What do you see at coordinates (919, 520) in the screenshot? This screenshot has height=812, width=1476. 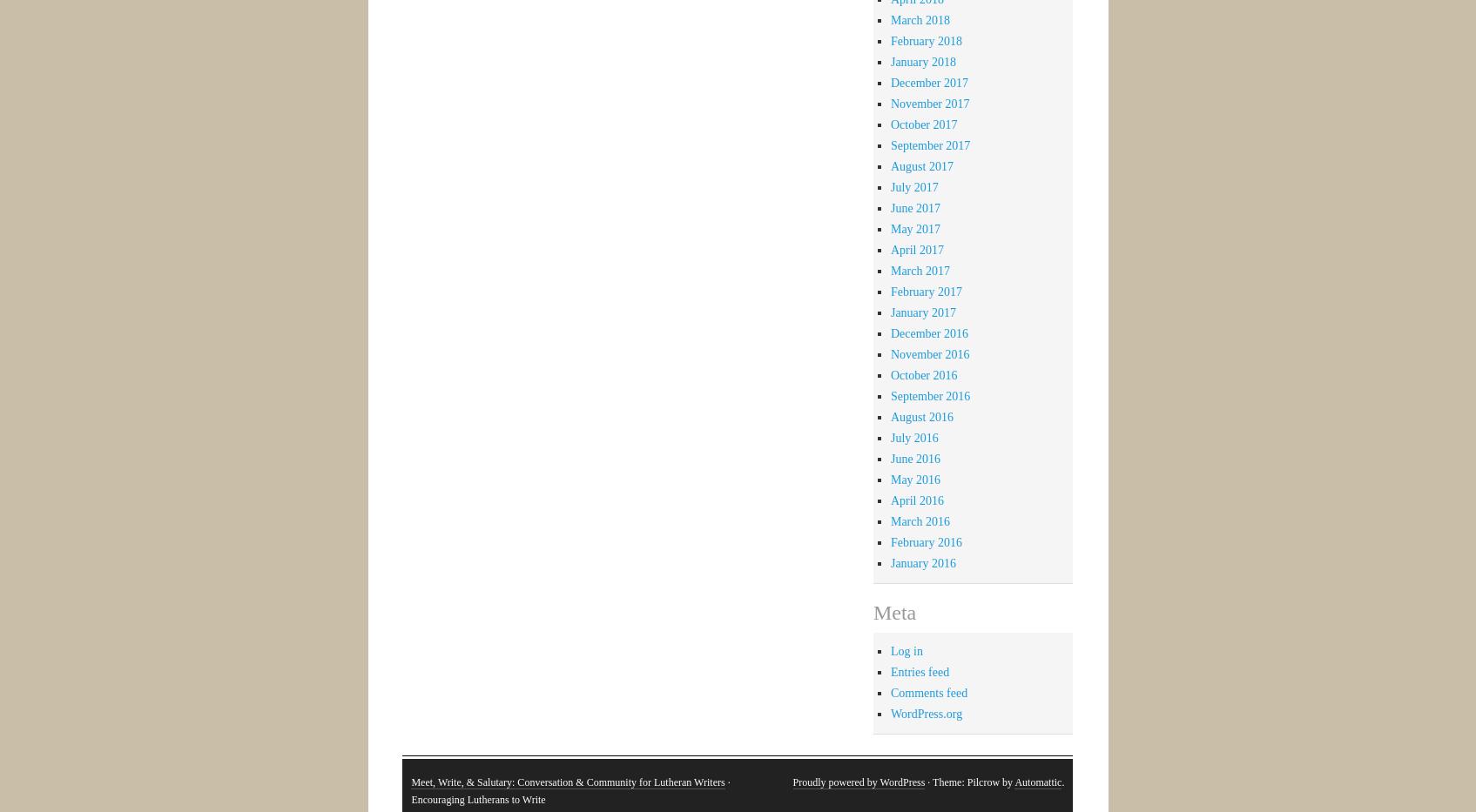 I see `'March 2016'` at bounding box center [919, 520].